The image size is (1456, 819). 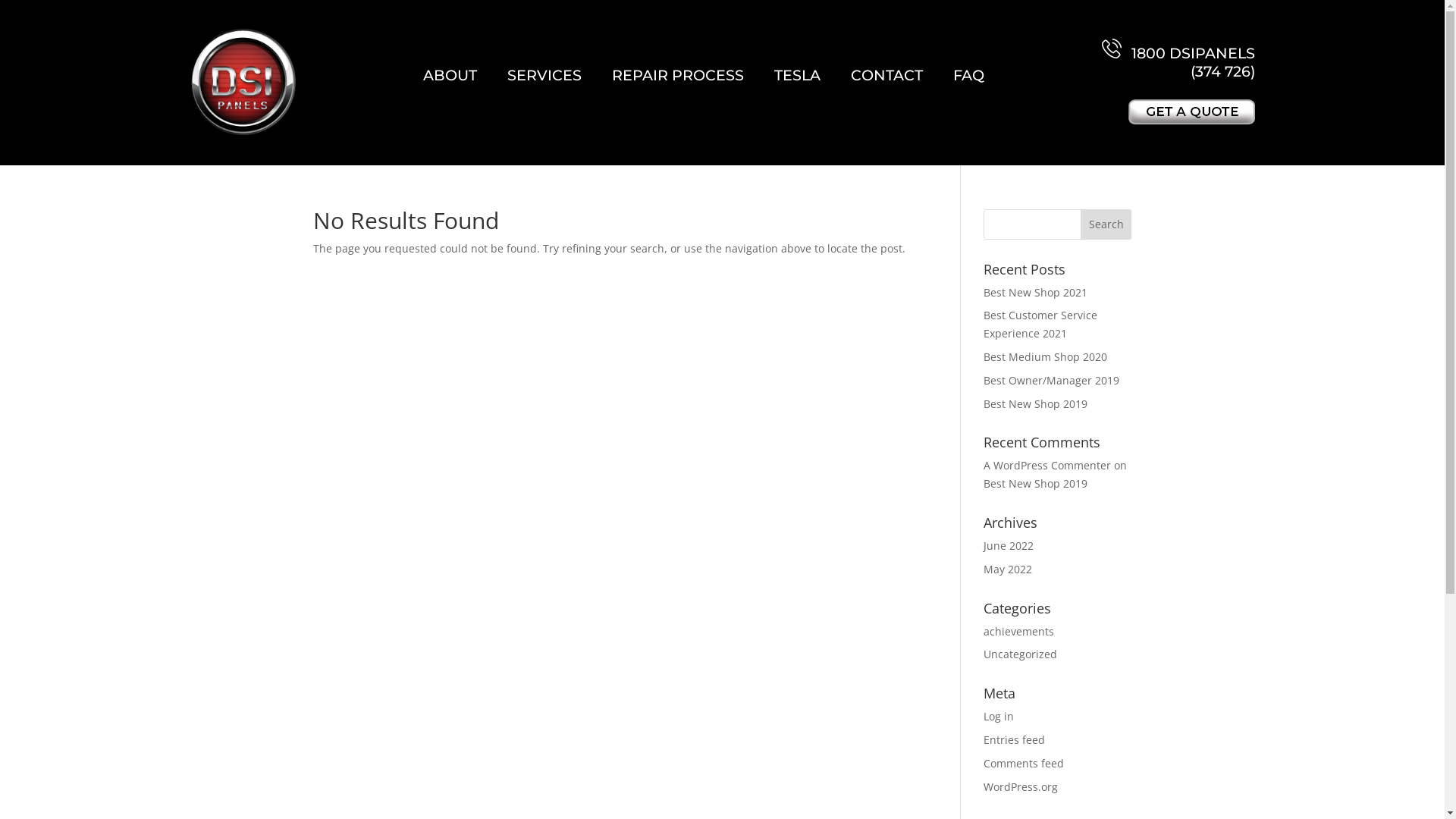 What do you see at coordinates (1178, 58) in the screenshot?
I see `'1800 DSIPANELS` at bounding box center [1178, 58].